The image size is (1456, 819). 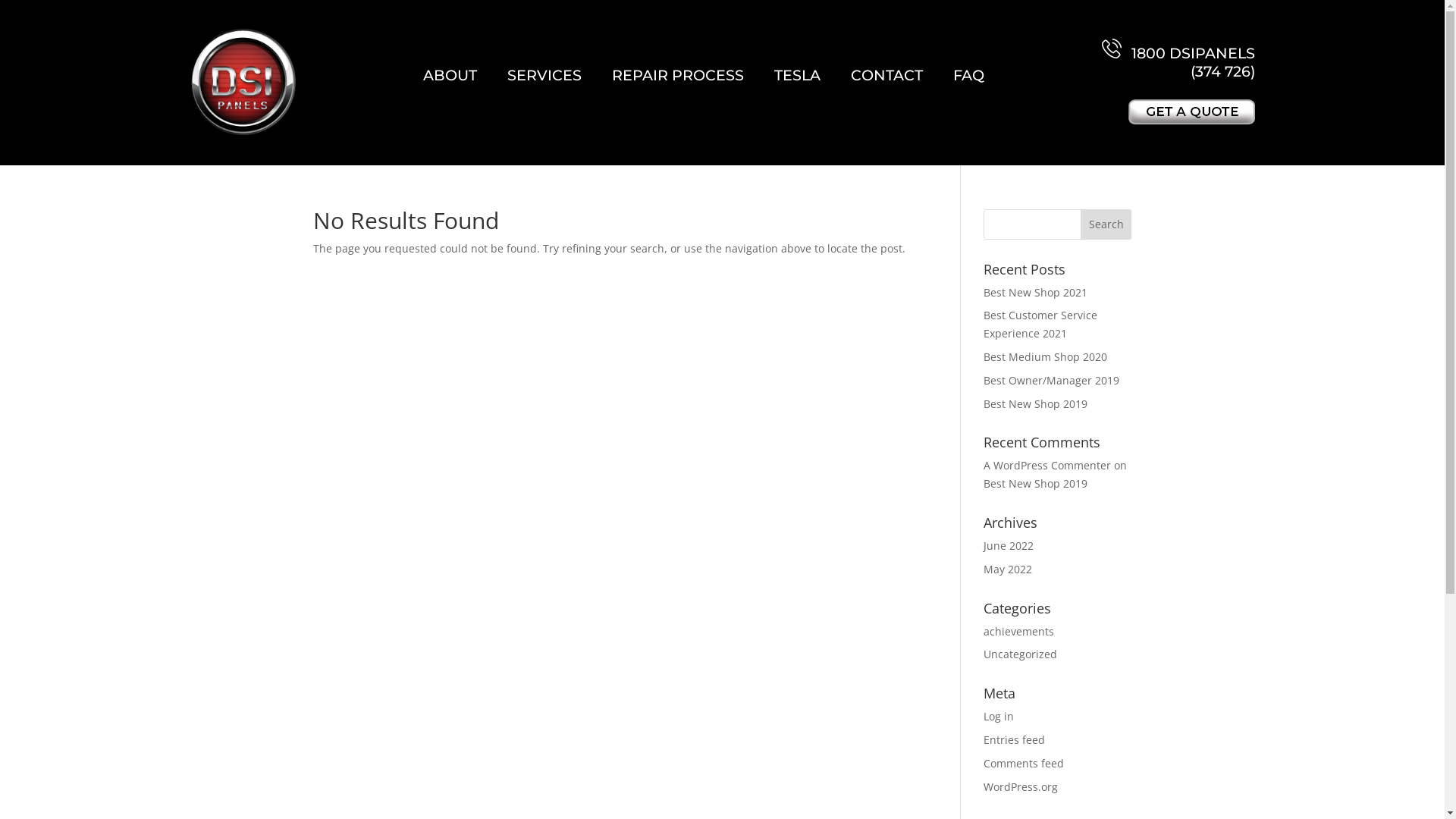 What do you see at coordinates (1178, 58) in the screenshot?
I see `'1800 DSIPANELS` at bounding box center [1178, 58].